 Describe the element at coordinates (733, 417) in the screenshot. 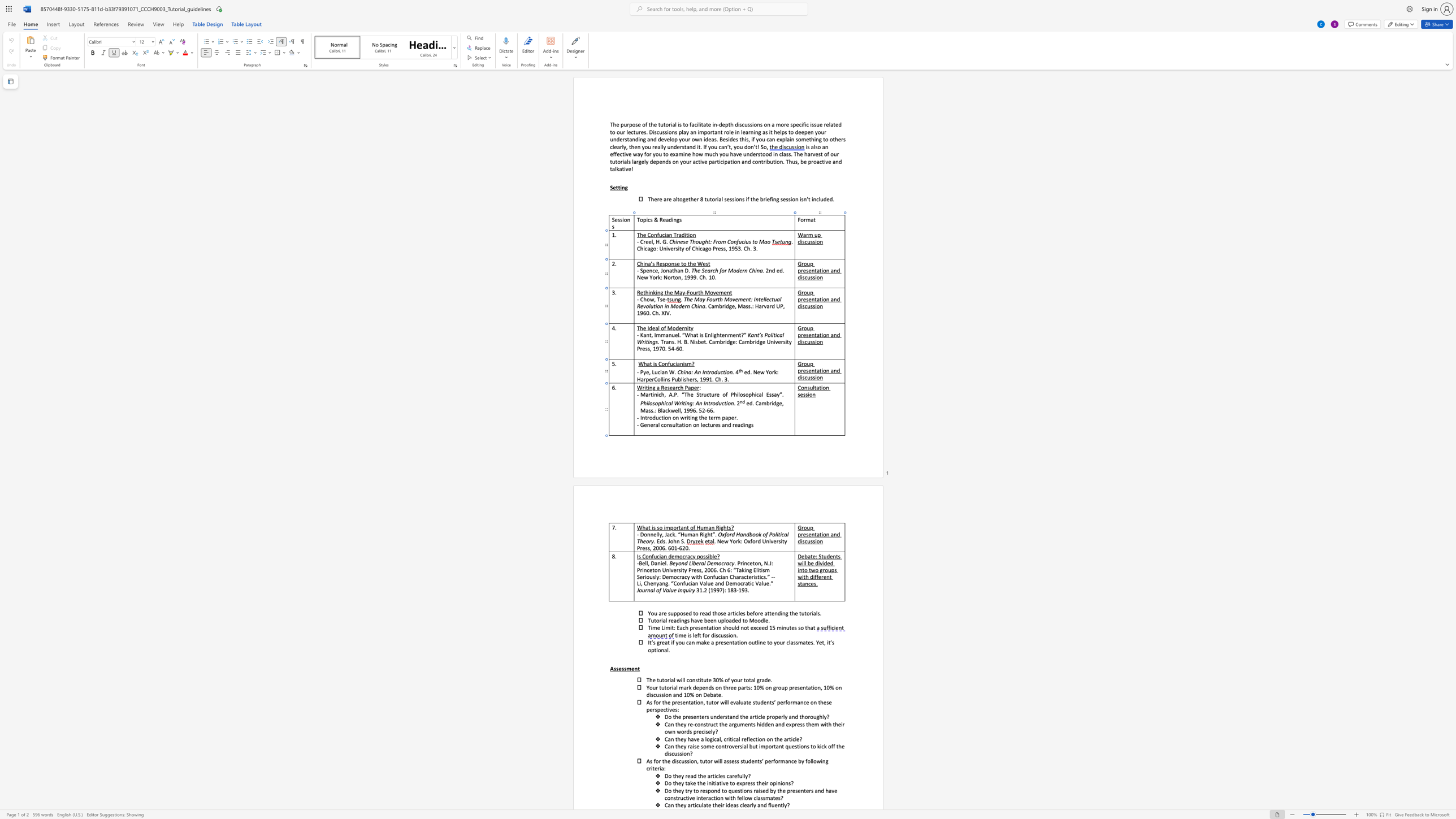

I see `the 3th character "e" in the text` at that location.